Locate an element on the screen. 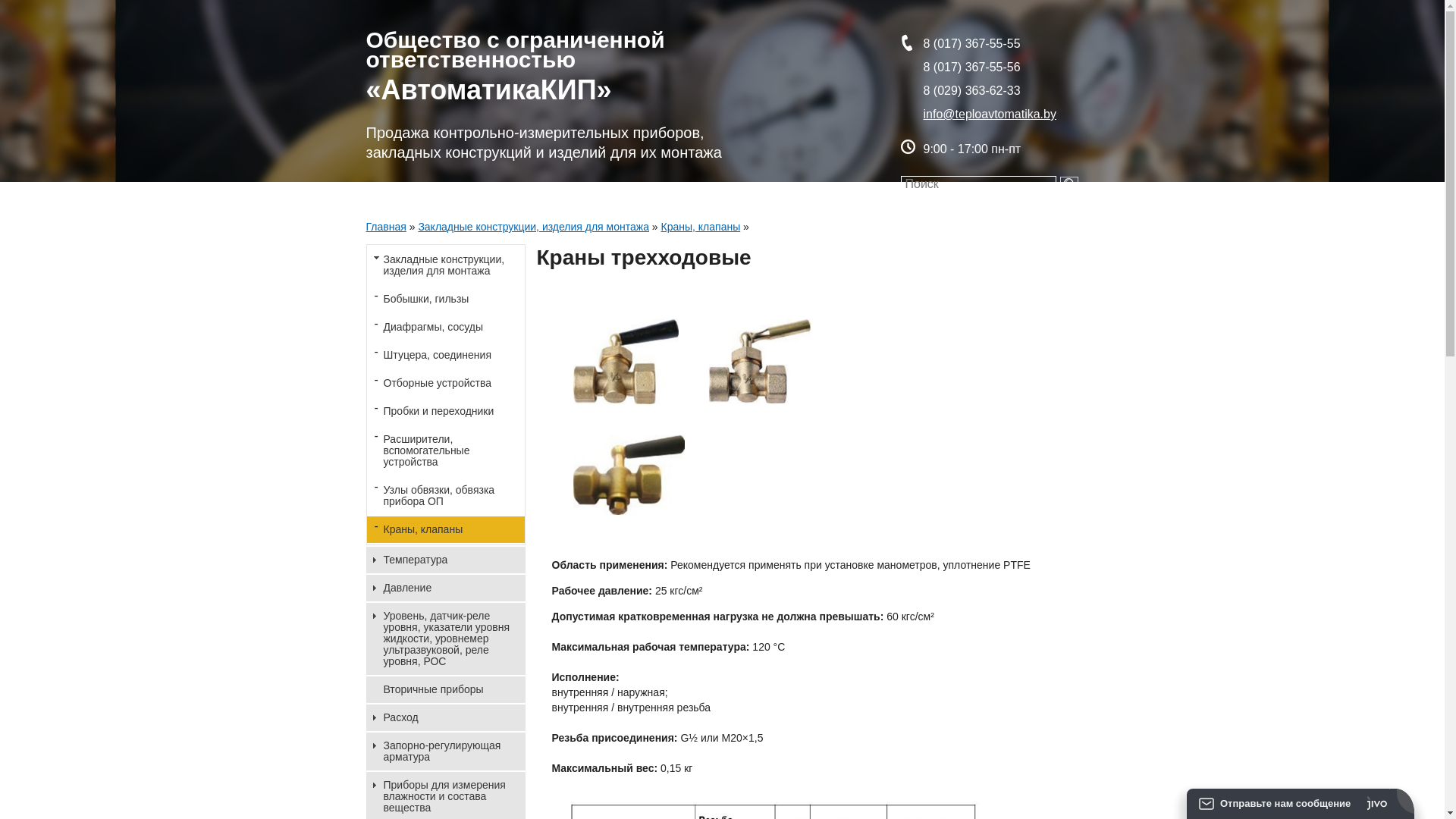 The image size is (1456, 819). 'info@teploavtomatika.by' is located at coordinates (990, 113).